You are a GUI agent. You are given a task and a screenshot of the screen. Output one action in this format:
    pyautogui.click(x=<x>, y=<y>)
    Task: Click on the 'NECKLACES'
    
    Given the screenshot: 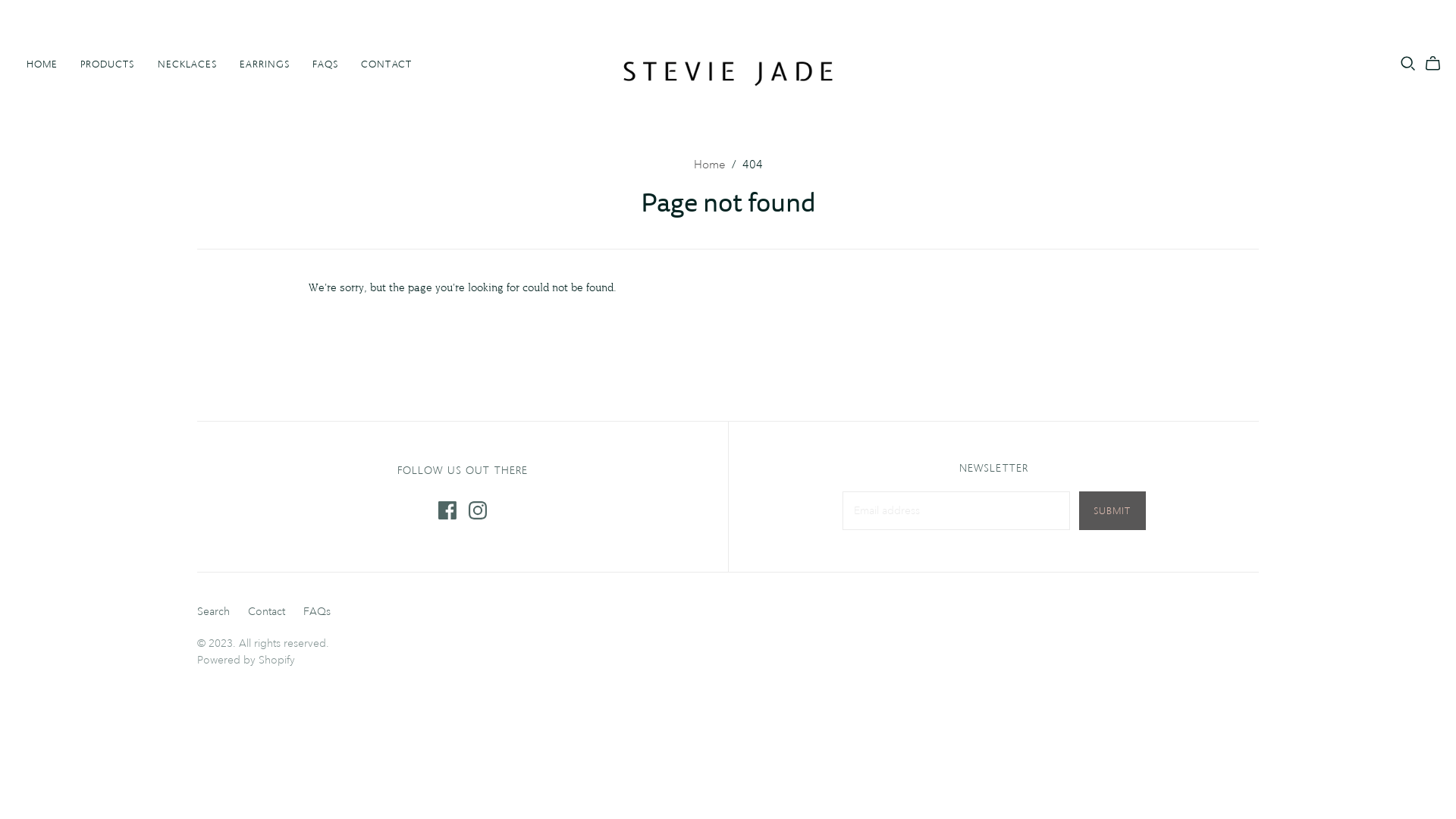 What is the action you would take?
    pyautogui.click(x=146, y=63)
    